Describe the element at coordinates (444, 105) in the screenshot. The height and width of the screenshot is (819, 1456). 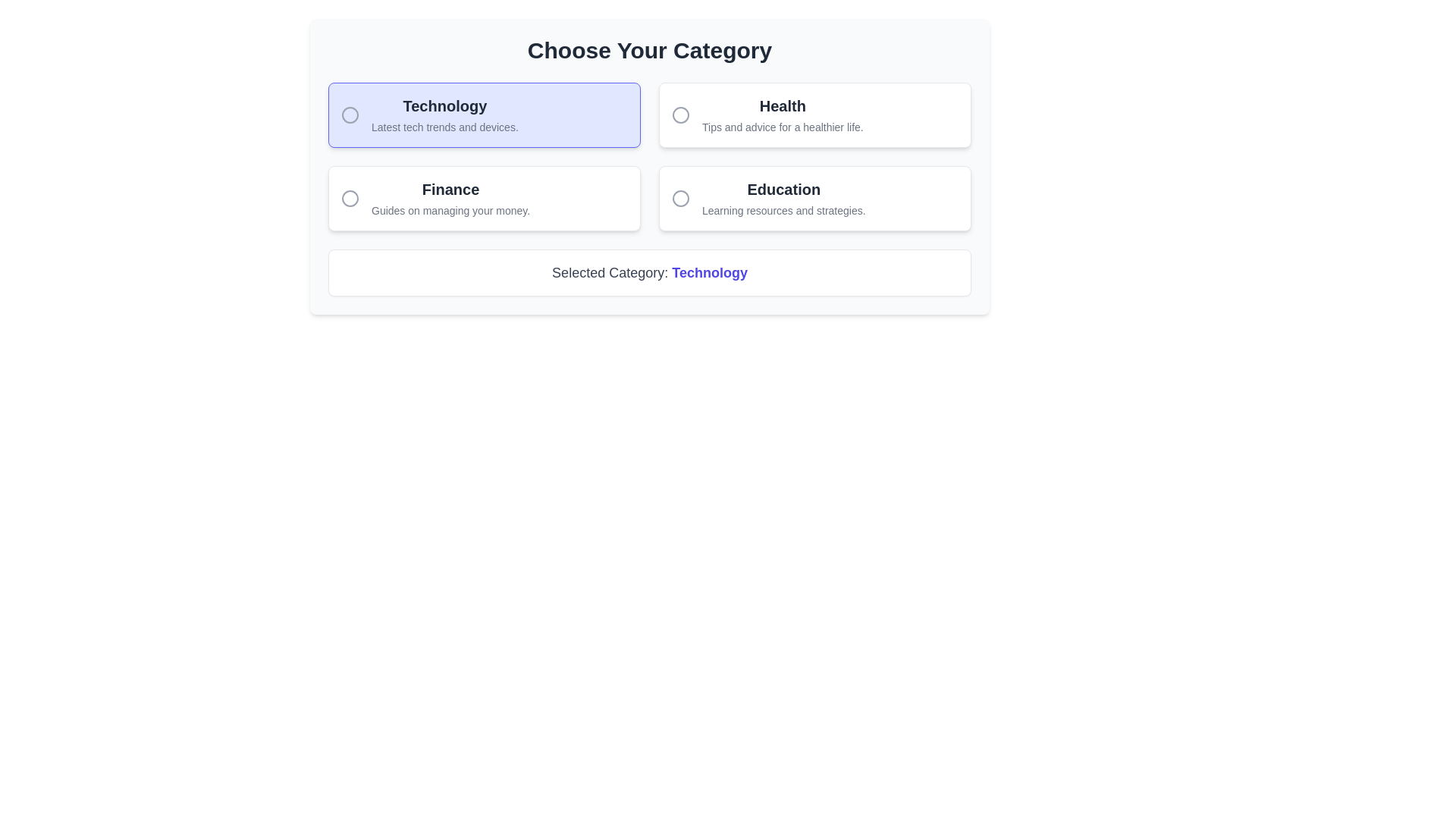
I see `the 'Technology' text label located at the top-left corner of the category choice group` at that location.